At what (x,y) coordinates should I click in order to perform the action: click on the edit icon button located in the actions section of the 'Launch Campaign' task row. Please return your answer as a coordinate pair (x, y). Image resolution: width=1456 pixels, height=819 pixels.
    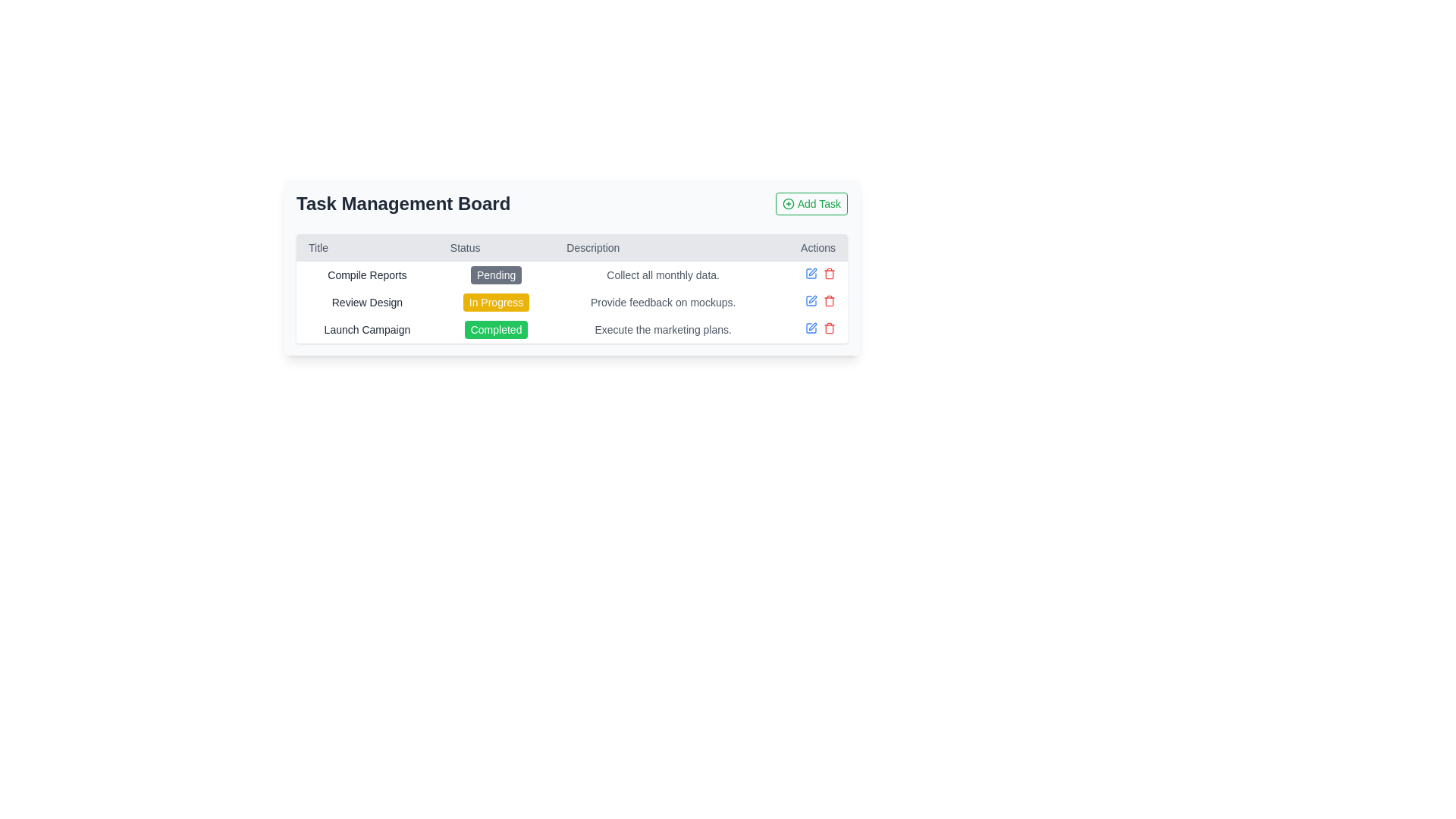
    Looking at the image, I should click on (811, 299).